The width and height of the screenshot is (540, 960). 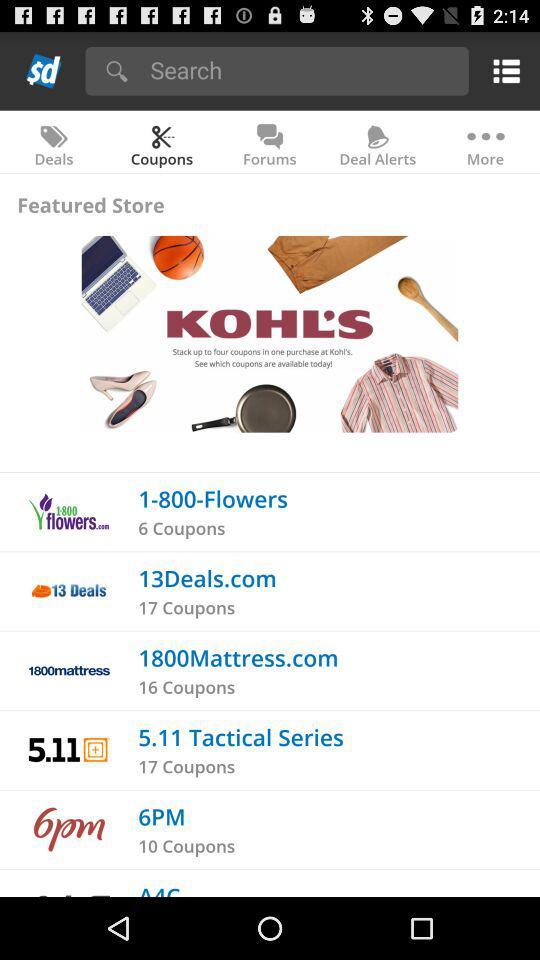 I want to click on app above the 17 coupons, so click(x=206, y=578).